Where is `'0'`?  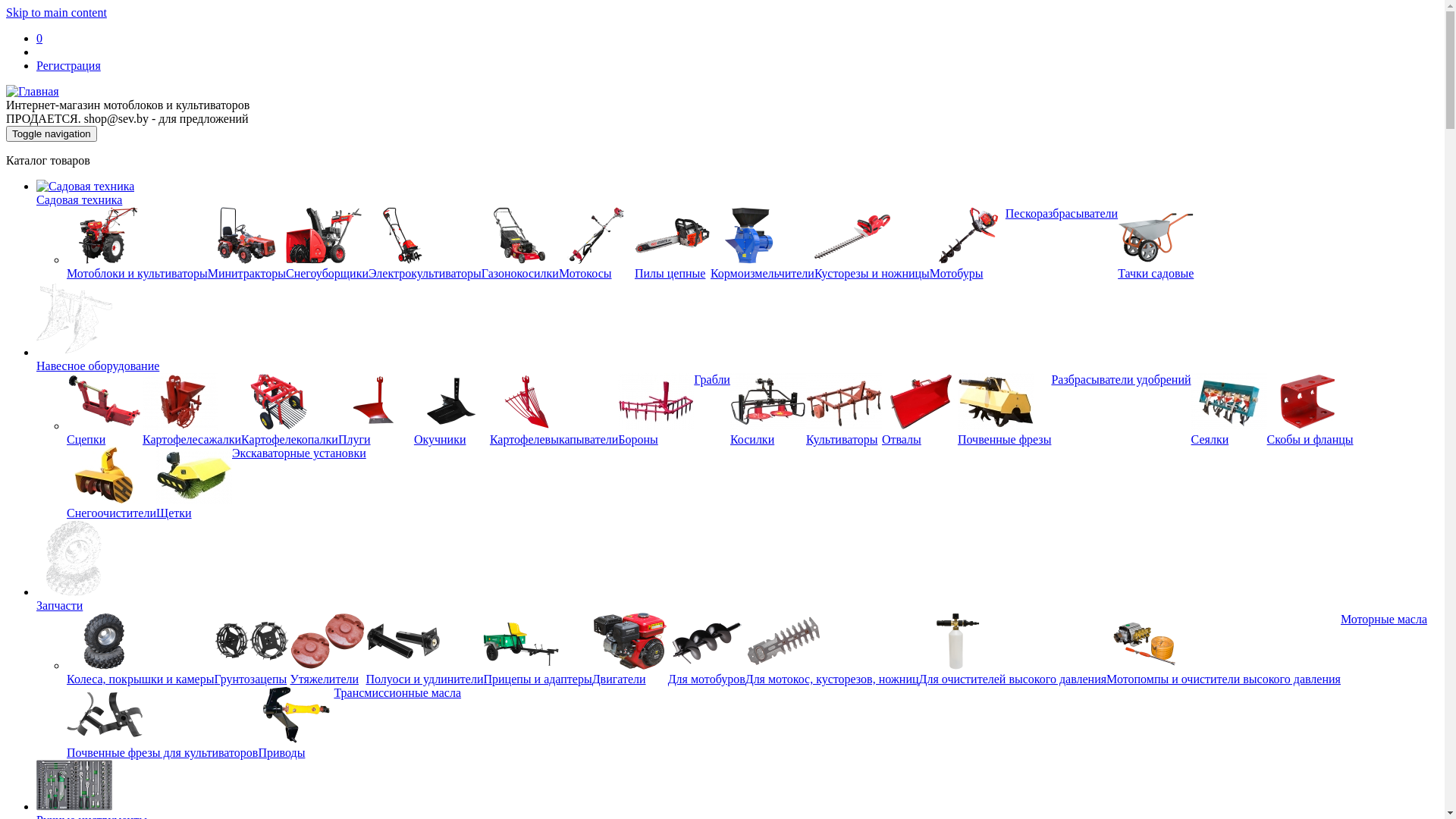
'0' is located at coordinates (39, 37).